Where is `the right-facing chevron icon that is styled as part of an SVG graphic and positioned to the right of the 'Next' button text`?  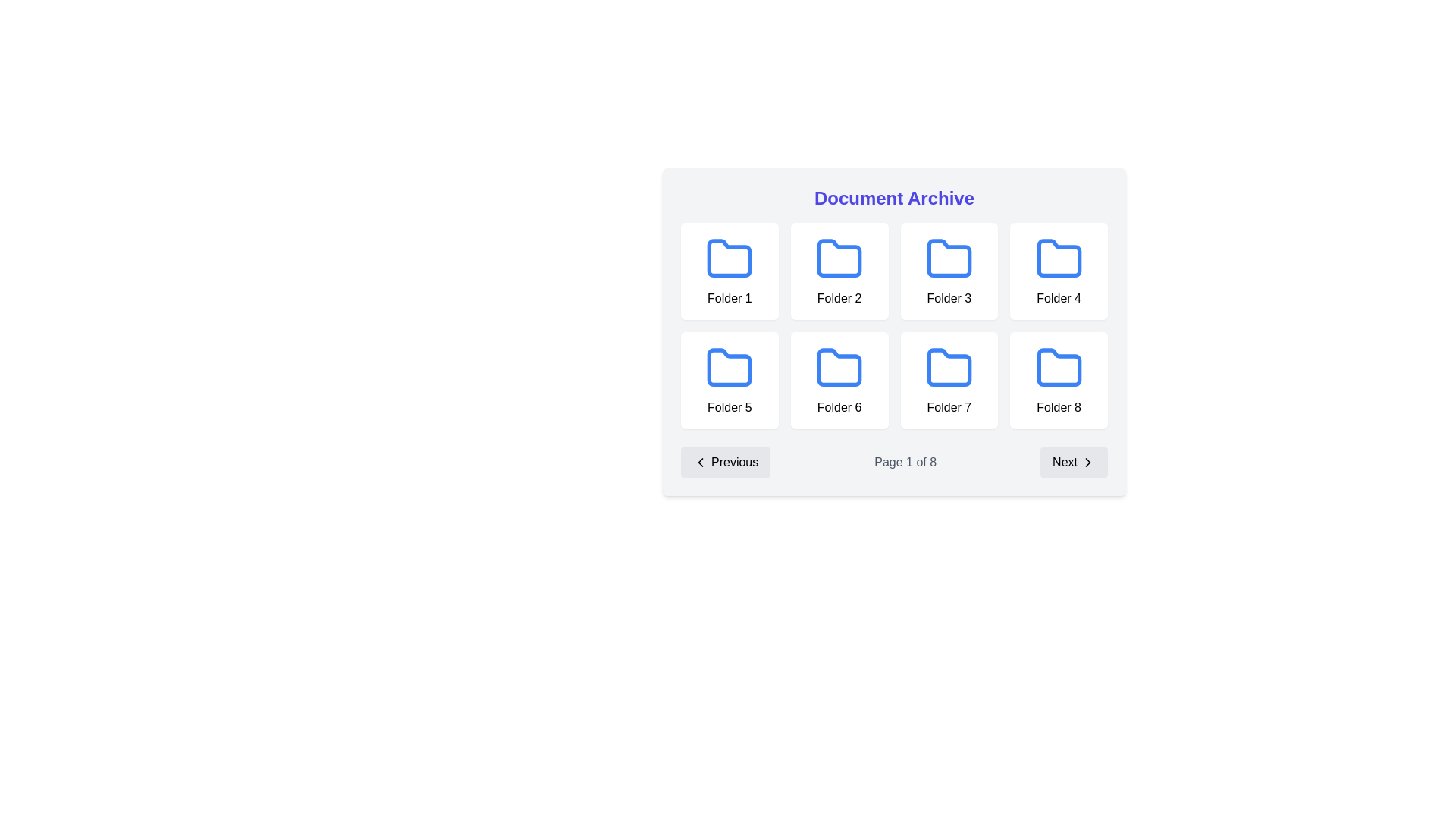 the right-facing chevron icon that is styled as part of an SVG graphic and positioned to the right of the 'Next' button text is located at coordinates (1087, 461).